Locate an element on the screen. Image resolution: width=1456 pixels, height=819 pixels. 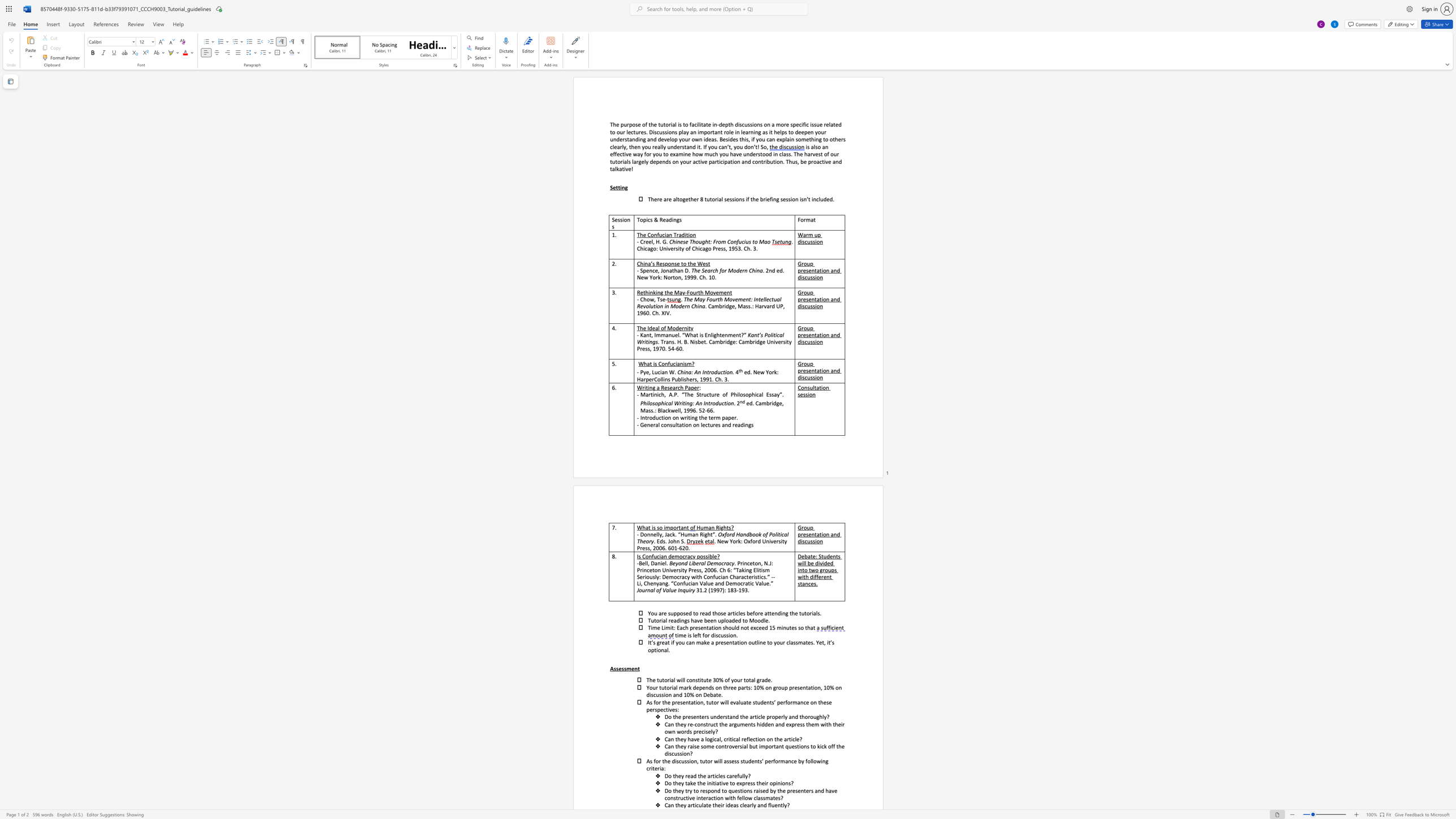
the subset text "le" within the text "an important role" is located at coordinates (729, 132).